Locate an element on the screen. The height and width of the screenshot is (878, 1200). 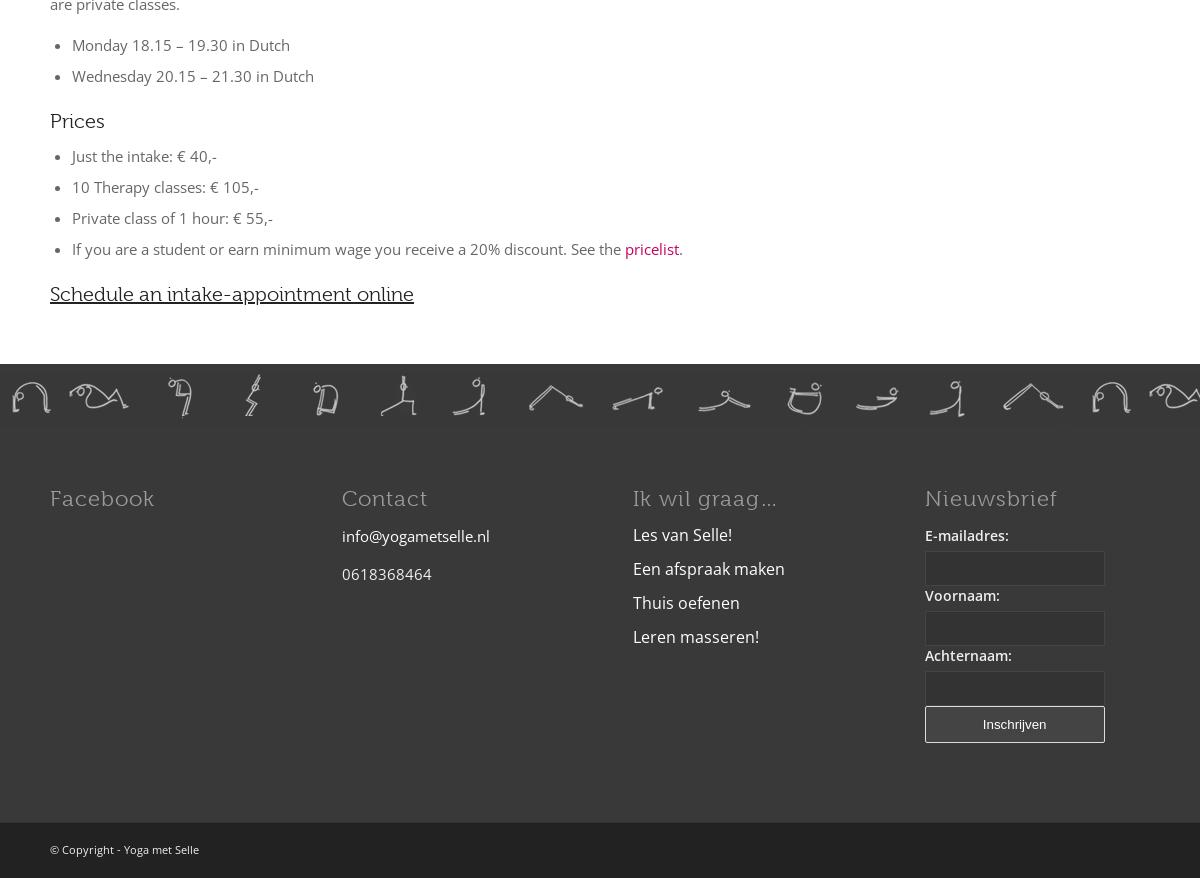
'Facebook' is located at coordinates (102, 498).